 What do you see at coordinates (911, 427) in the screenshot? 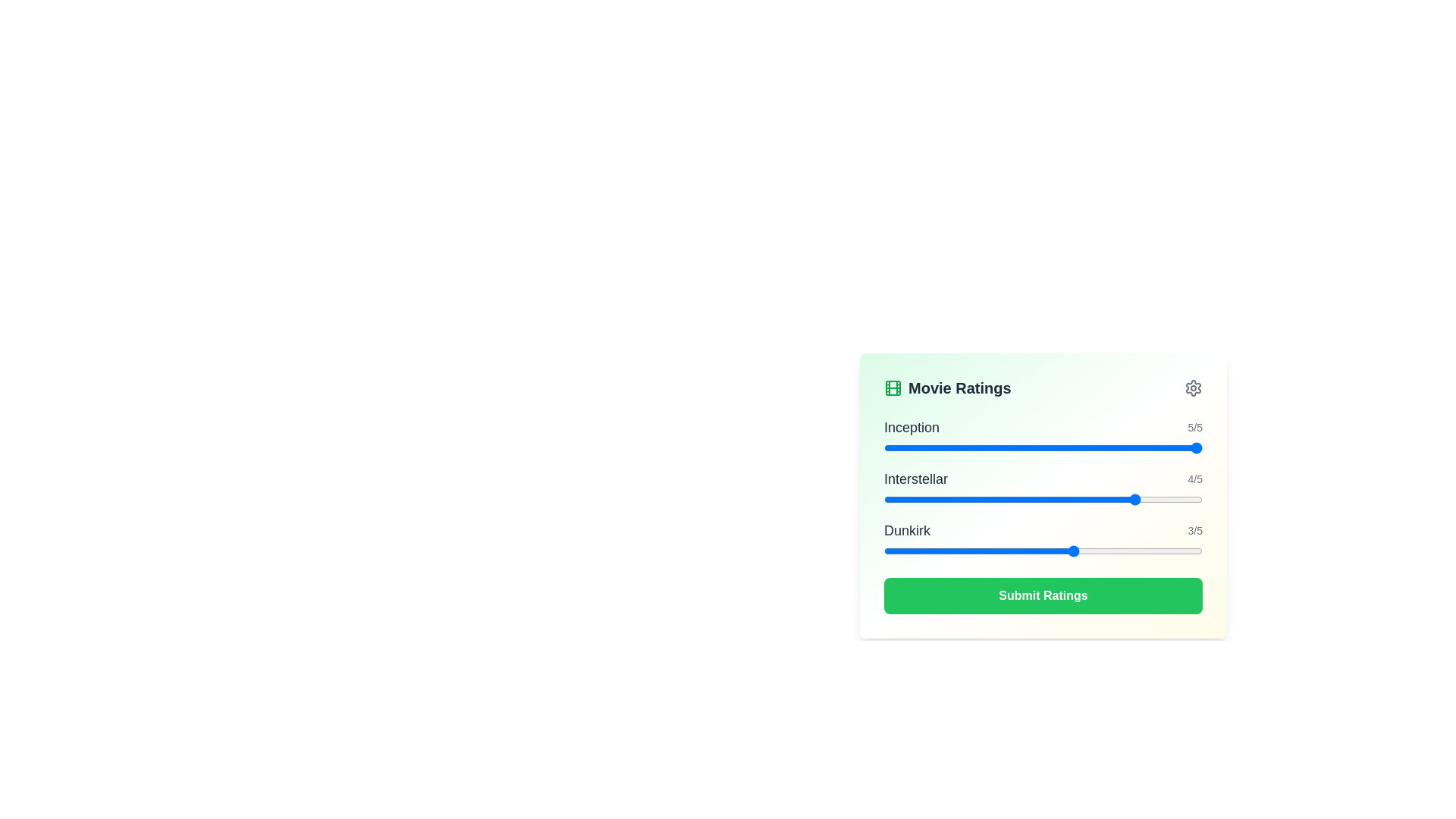
I see `the text label displaying the movie name 'Inception' within the 'Movie Ratings' card` at bounding box center [911, 427].